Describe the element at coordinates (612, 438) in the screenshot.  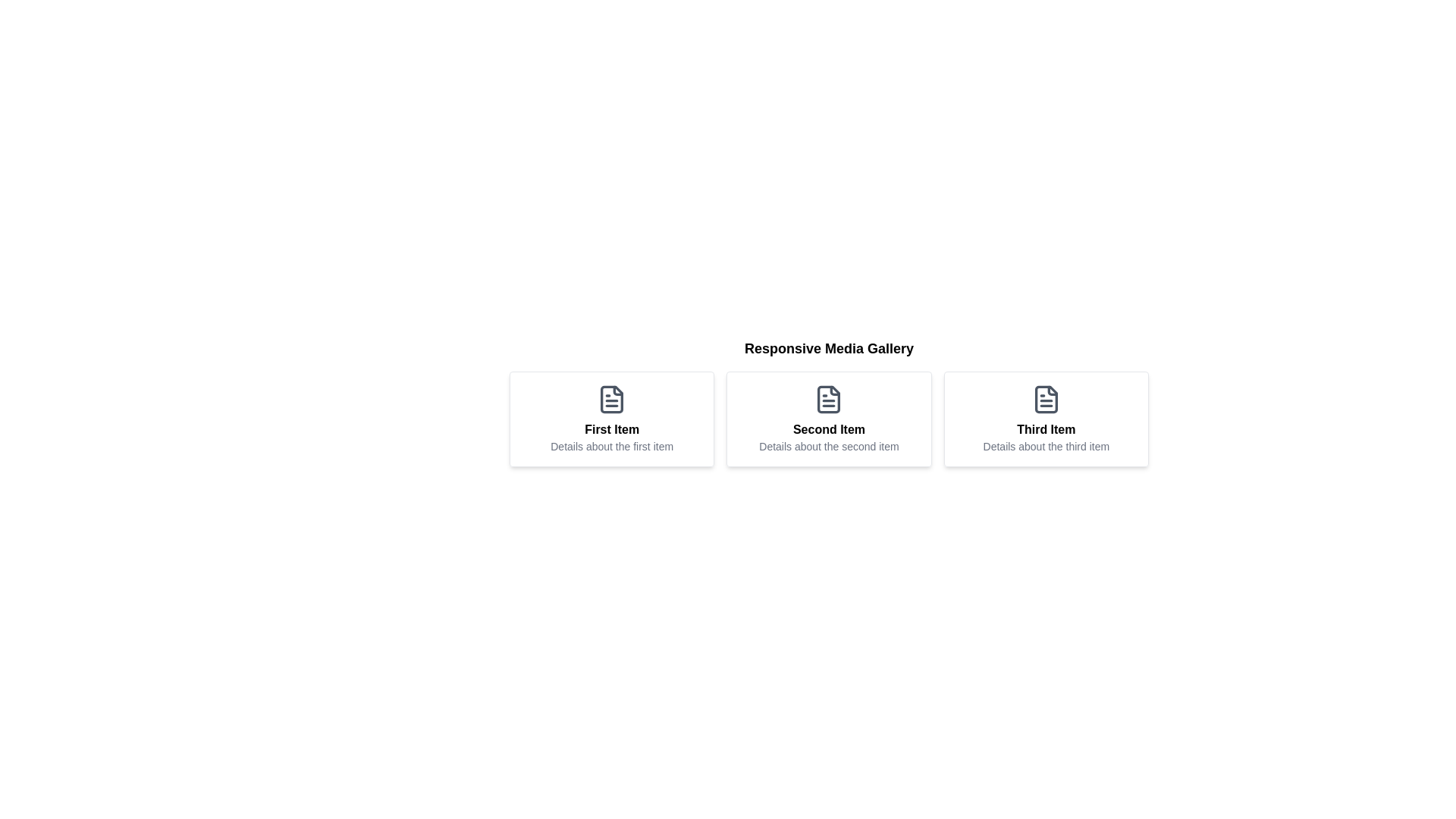
I see `the informational label that provides the title 'First Item' and description 'Details about the first item', located at the bottom of the card representing the first item in the list` at that location.